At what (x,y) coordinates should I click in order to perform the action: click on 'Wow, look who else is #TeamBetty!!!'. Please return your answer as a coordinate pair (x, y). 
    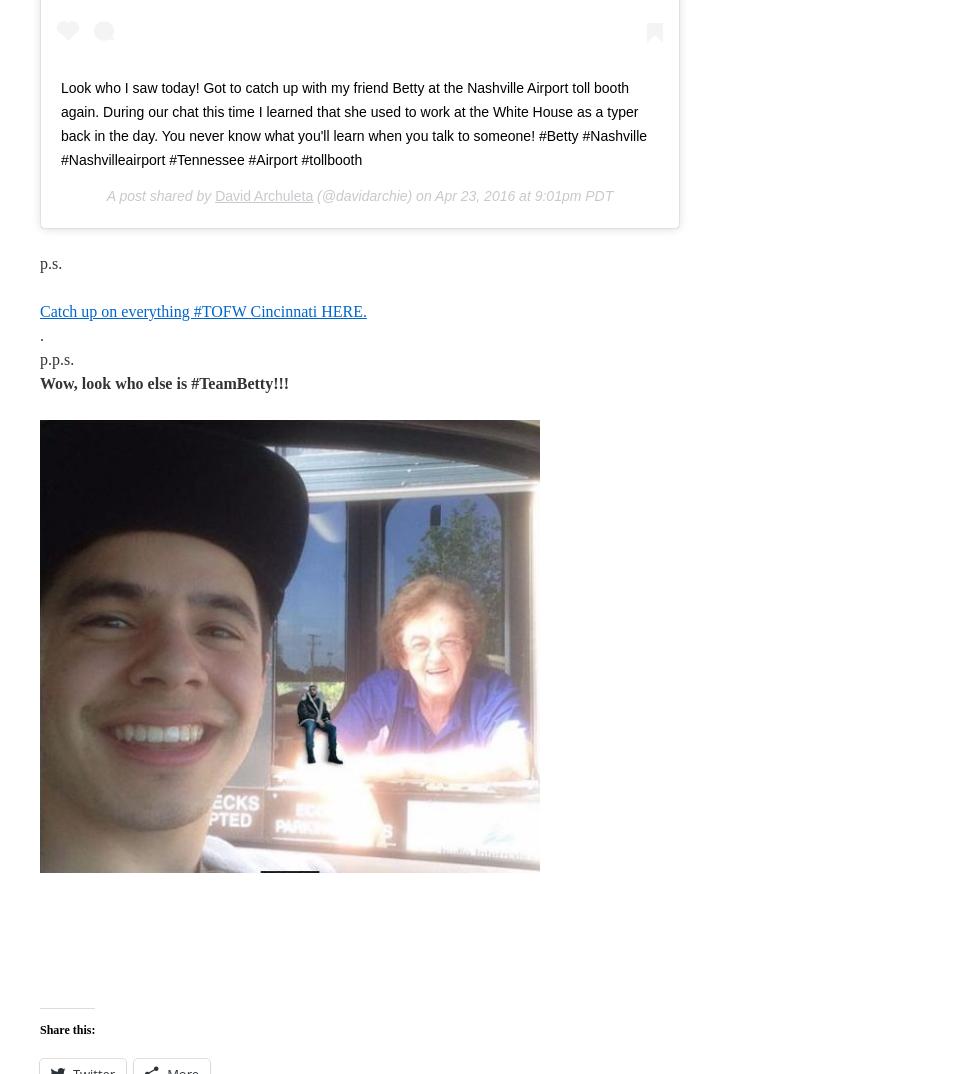
    Looking at the image, I should click on (164, 382).